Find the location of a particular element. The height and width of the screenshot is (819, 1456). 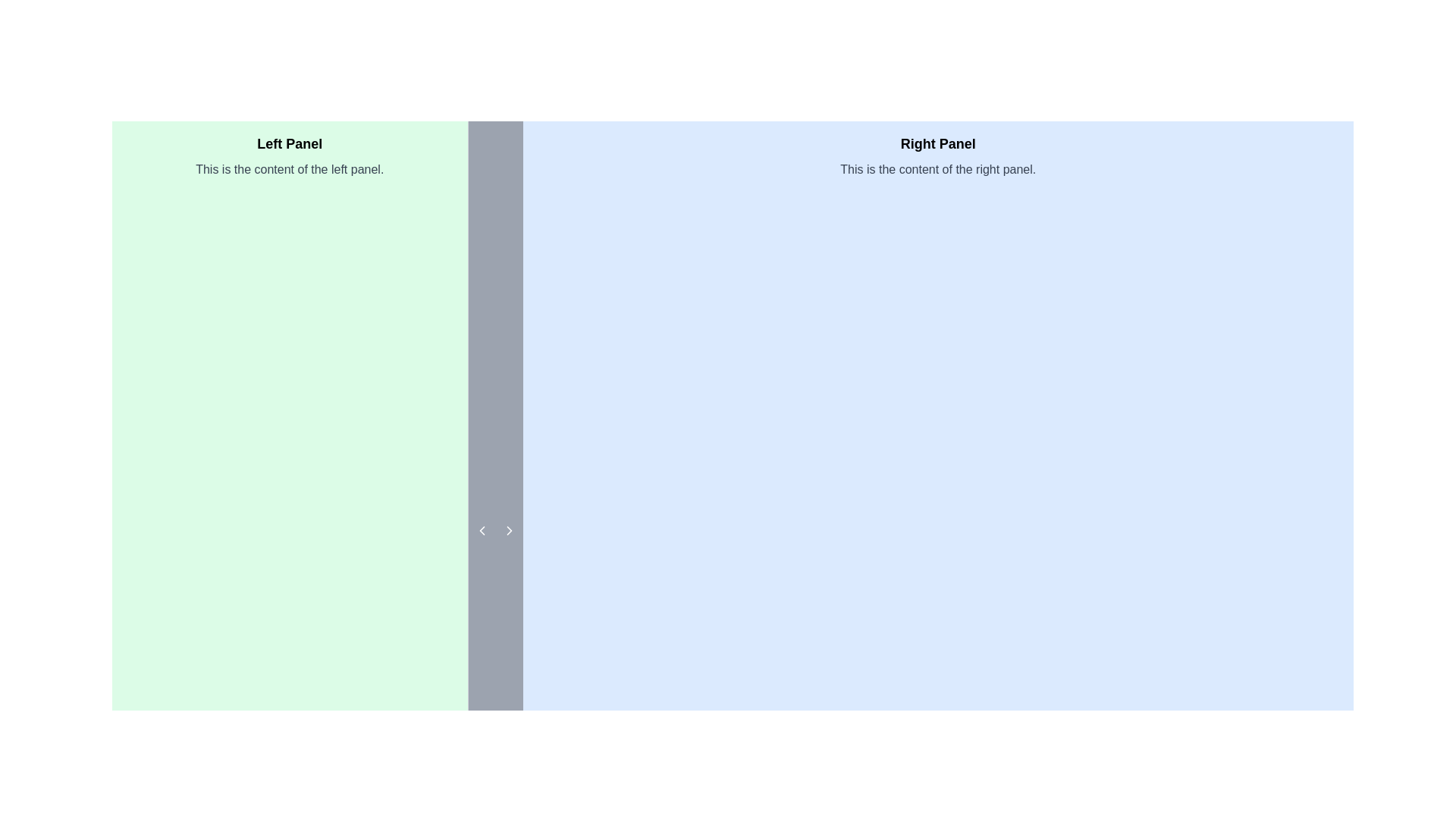

the text block displaying 'This is the content of the left panel.' which is styled with a gray font on a light green background, located beneath the 'Left Panel' header is located at coordinates (290, 169).